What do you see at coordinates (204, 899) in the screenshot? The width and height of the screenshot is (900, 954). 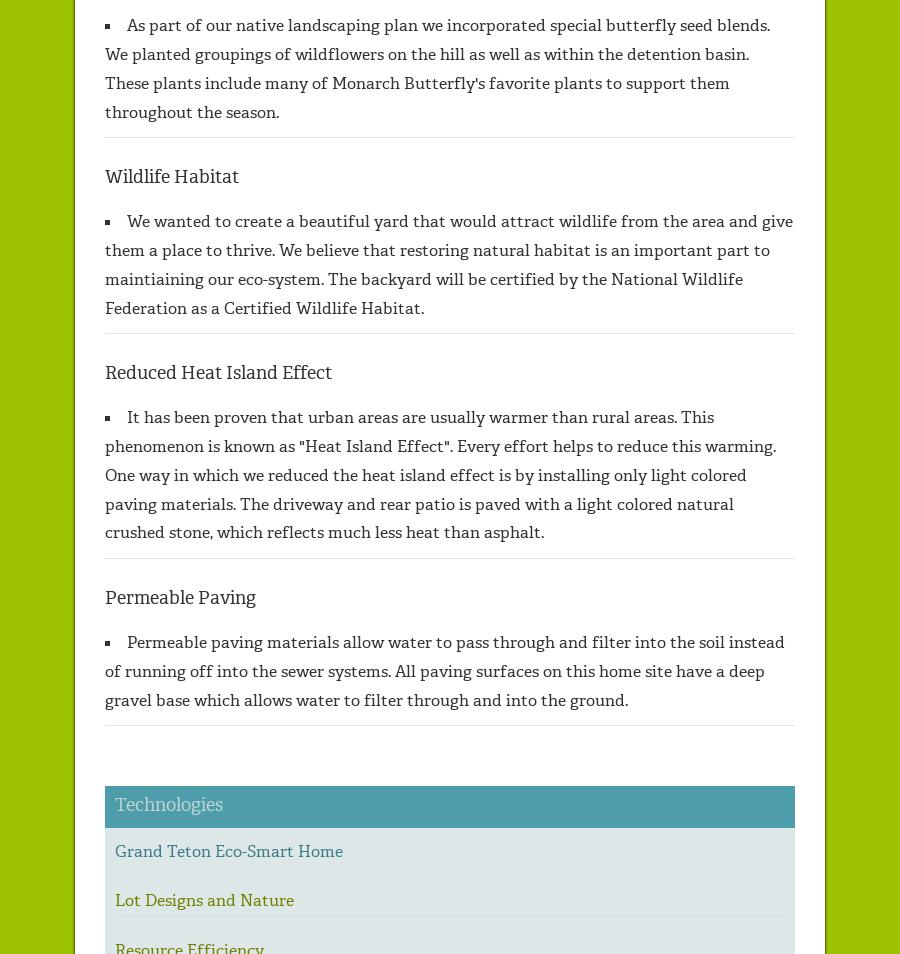 I see `'Lot Designs and Nature'` at bounding box center [204, 899].